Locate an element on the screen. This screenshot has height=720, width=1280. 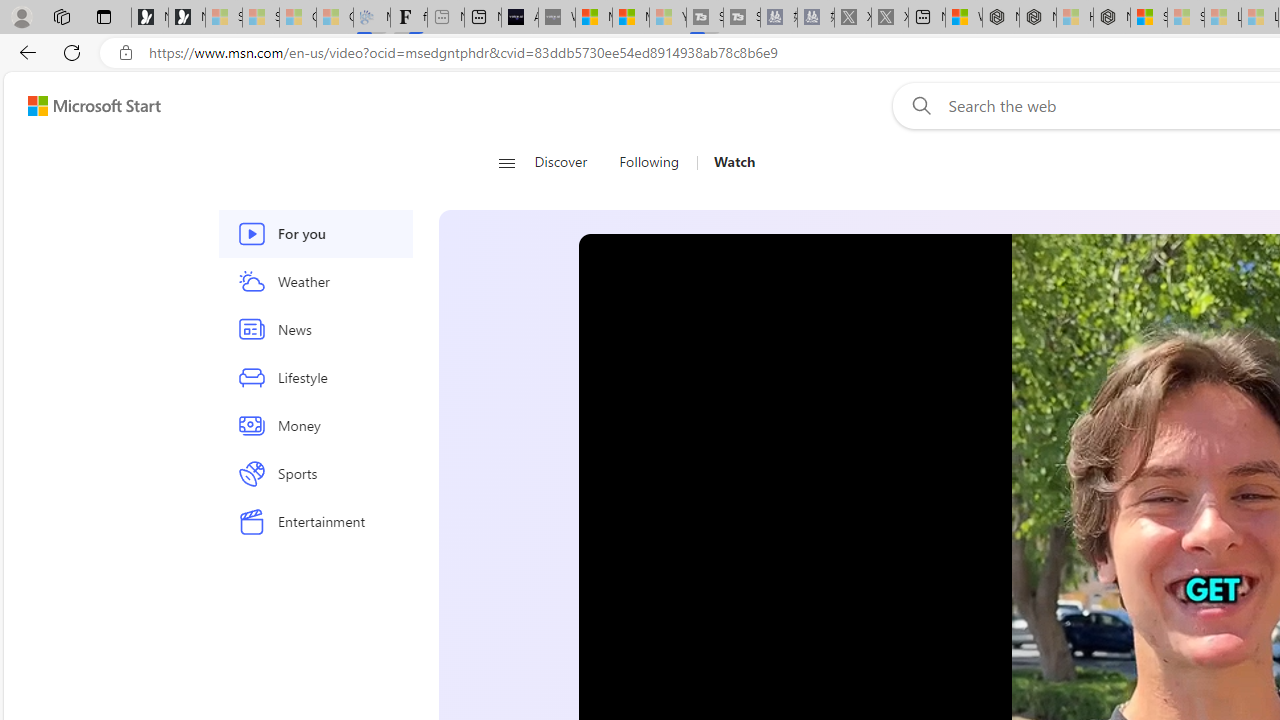
'X - Sleeping' is located at coordinates (888, 17).